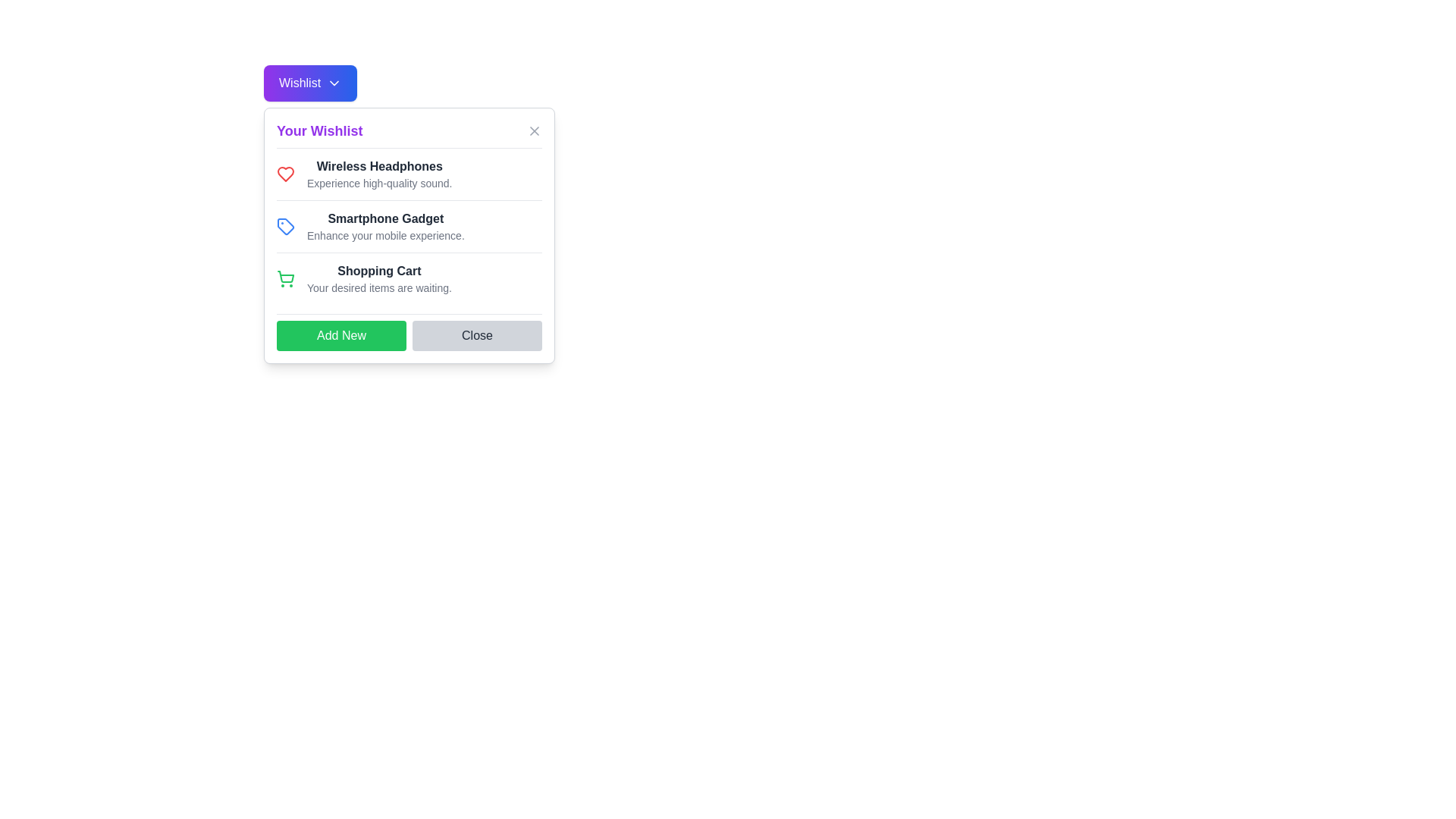 The image size is (1456, 819). Describe the element at coordinates (286, 227) in the screenshot. I see `the blue tag-shaped icon associated with the list item labeled 'Smartphone Gadget'` at that location.